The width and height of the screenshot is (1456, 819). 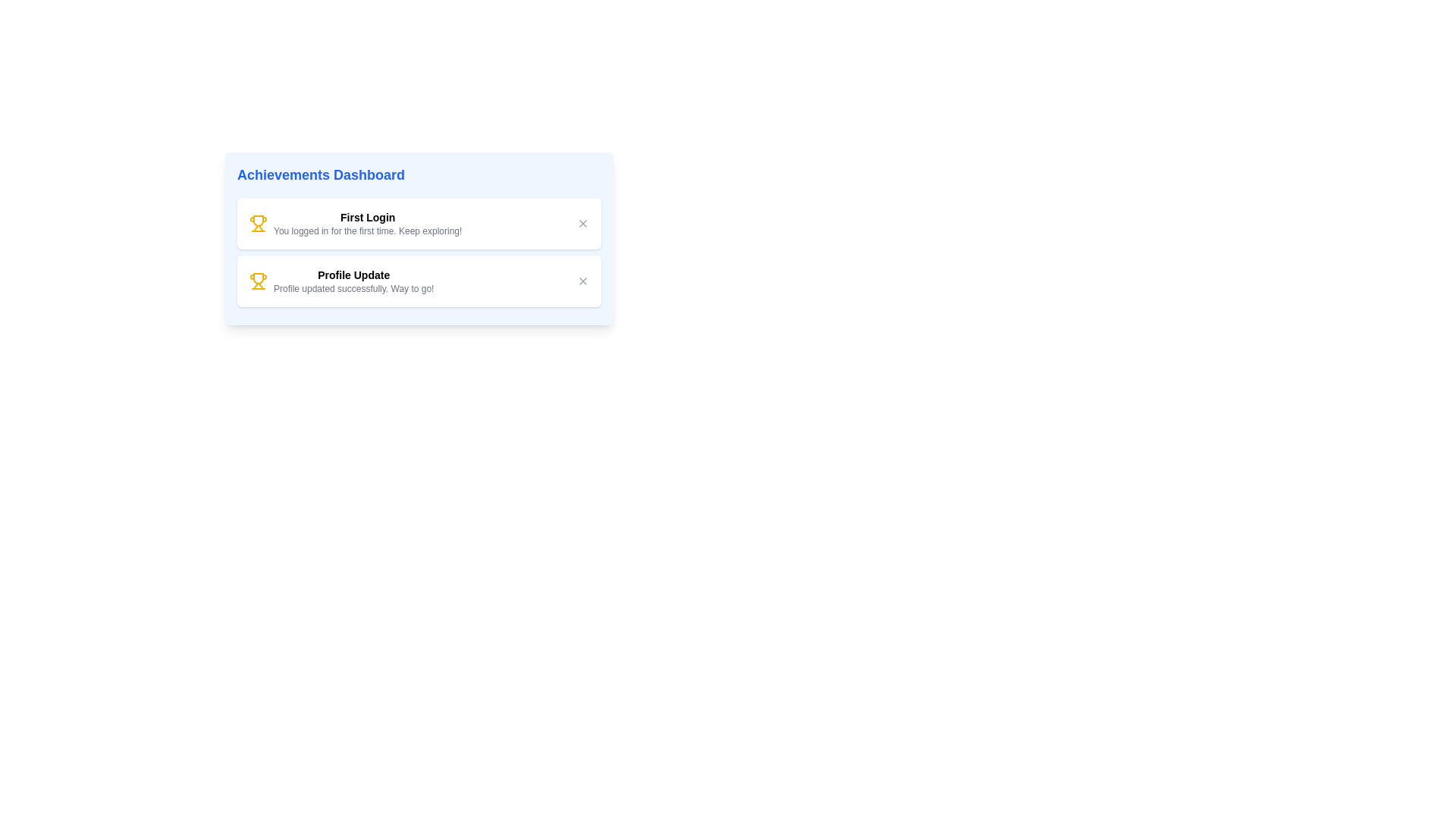 What do you see at coordinates (368, 231) in the screenshot?
I see `descriptive text block located under the bold title 'First Login', which states: 'You logged in for the first time. Keep exploring!'` at bounding box center [368, 231].